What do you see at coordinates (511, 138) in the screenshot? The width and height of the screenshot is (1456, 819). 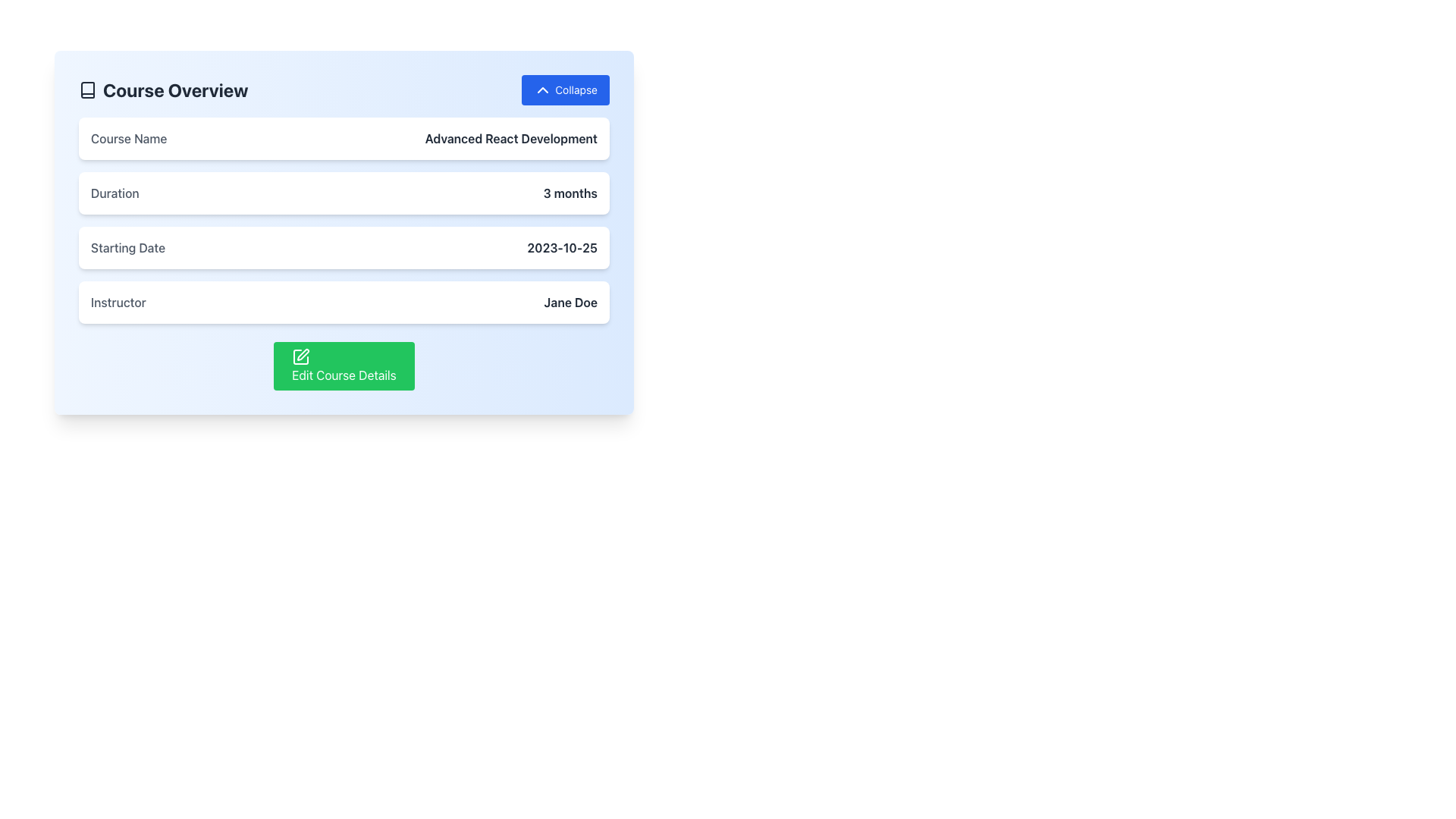 I see `the text displaying the course name, which is located on the right side of the 'Course Name' row, adjacent to the label 'Course Name'` at bounding box center [511, 138].